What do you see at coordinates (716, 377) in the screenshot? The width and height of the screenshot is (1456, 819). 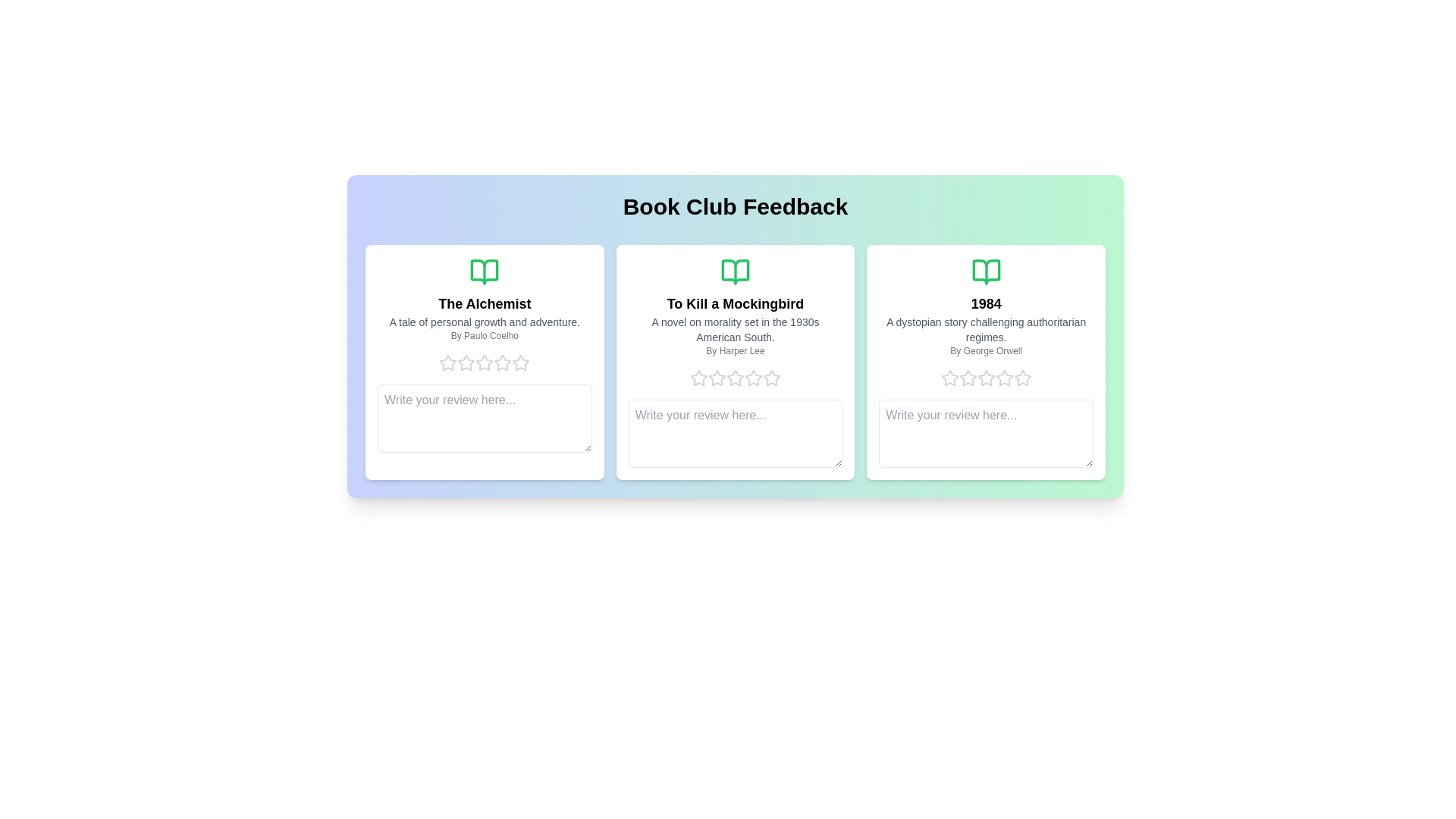 I see `the third star-shaped icon in the horizontal row of five stars under the book title 'To Kill a Mockingbird' to rate it` at bounding box center [716, 377].